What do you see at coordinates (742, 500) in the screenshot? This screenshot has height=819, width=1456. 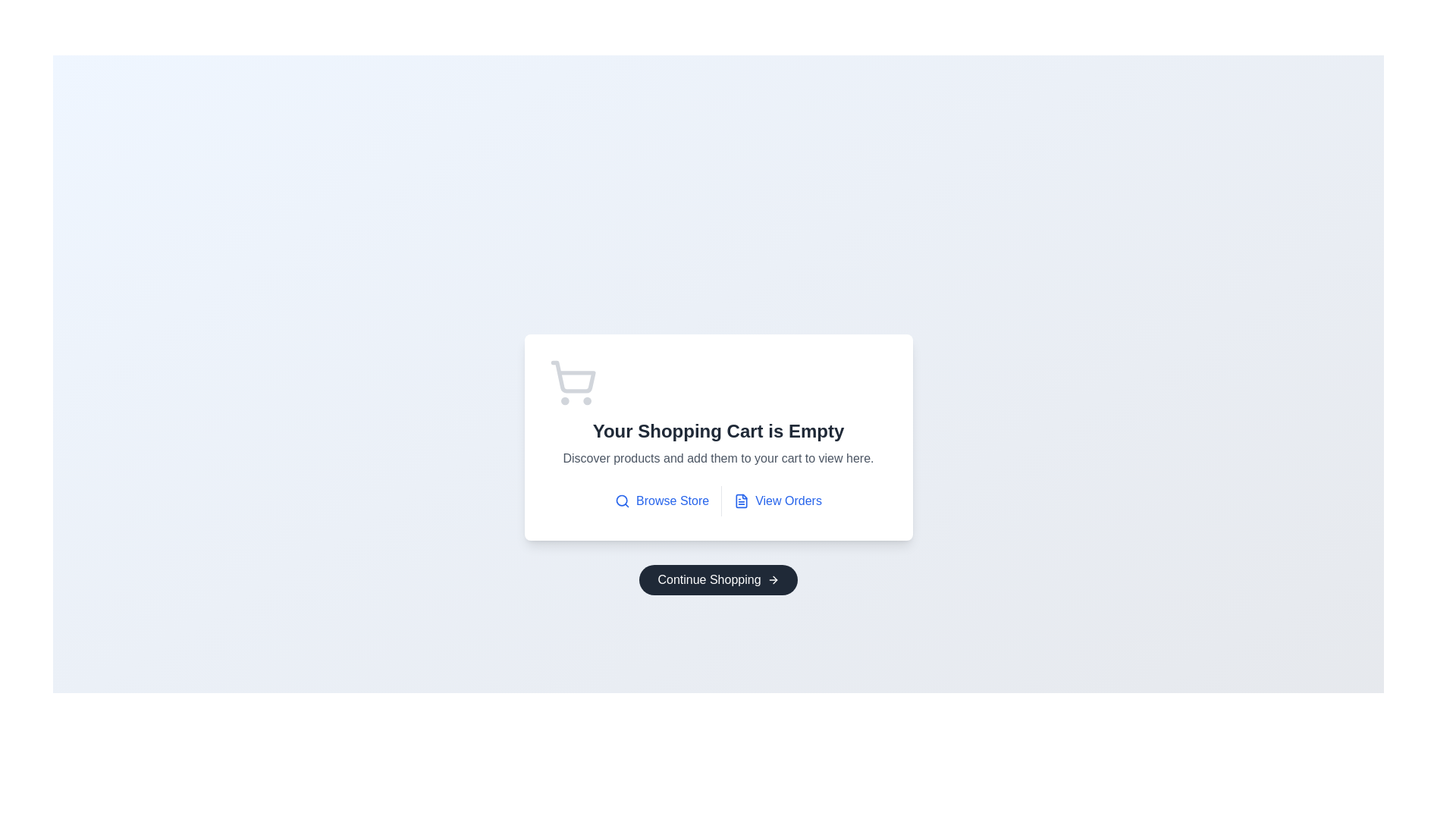 I see `the document icon with a blue outline located to the left of the 'View Orders' button` at bounding box center [742, 500].